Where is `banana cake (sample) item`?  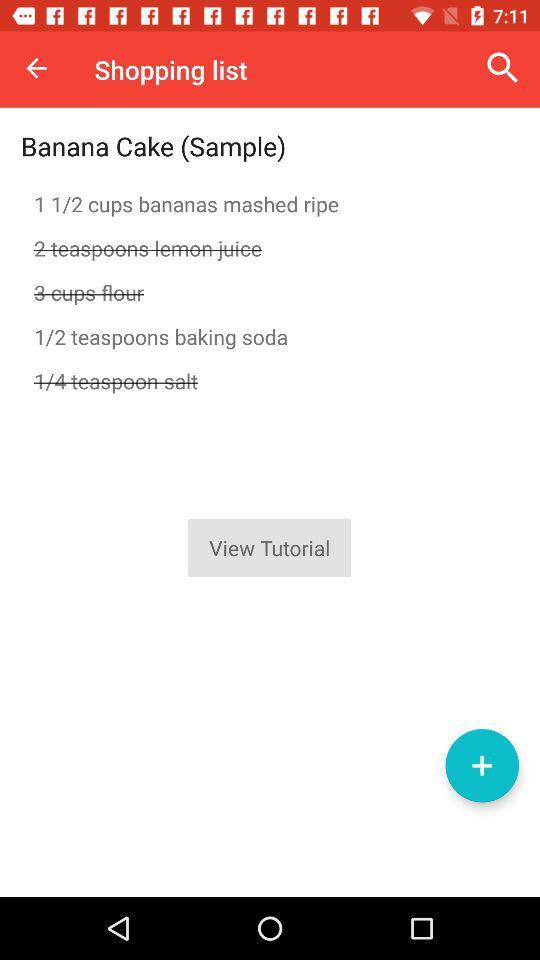
banana cake (sample) item is located at coordinates (152, 145).